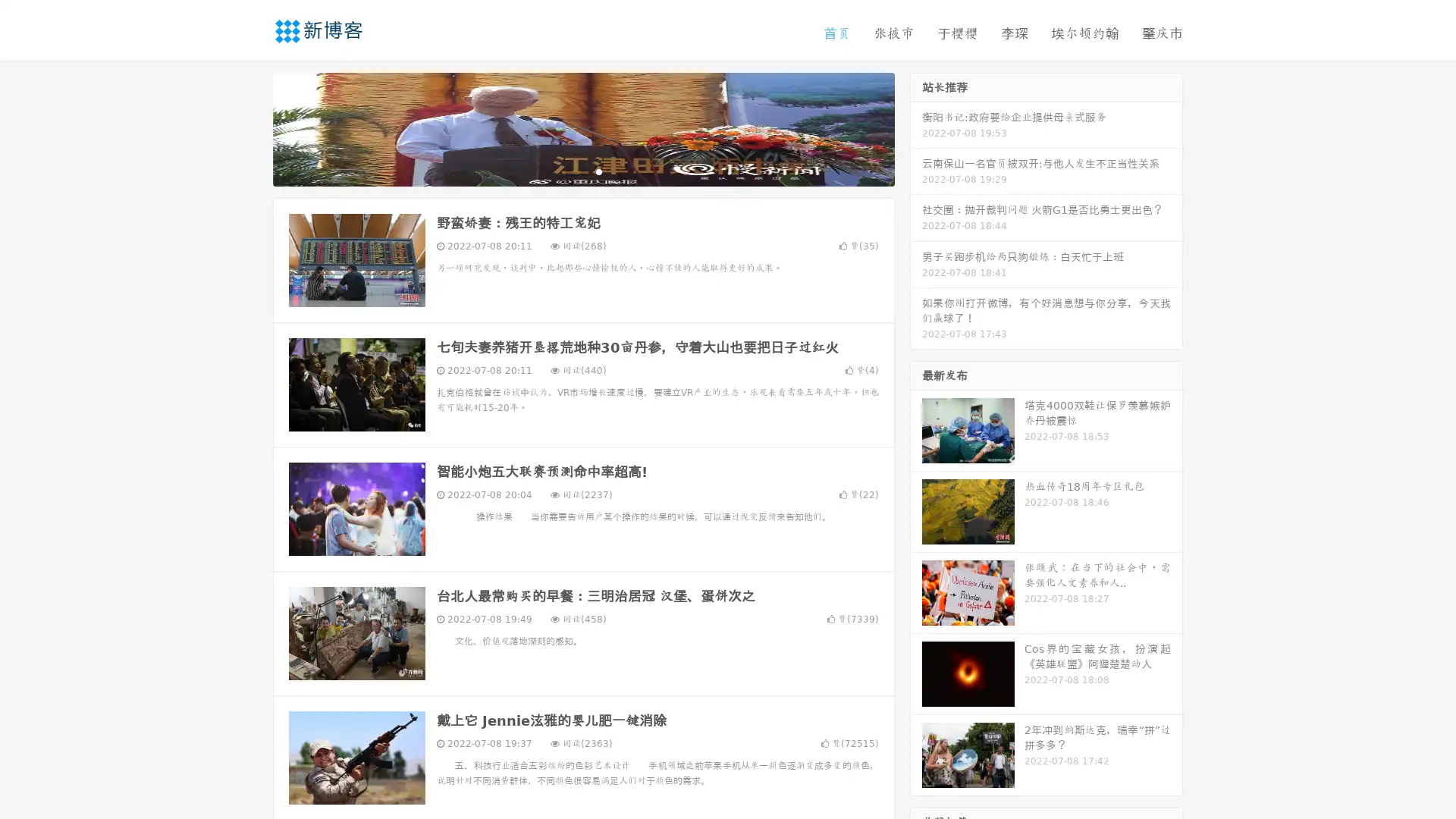 This screenshot has width=1456, height=819. What do you see at coordinates (582, 171) in the screenshot?
I see `Go to slide 2` at bounding box center [582, 171].